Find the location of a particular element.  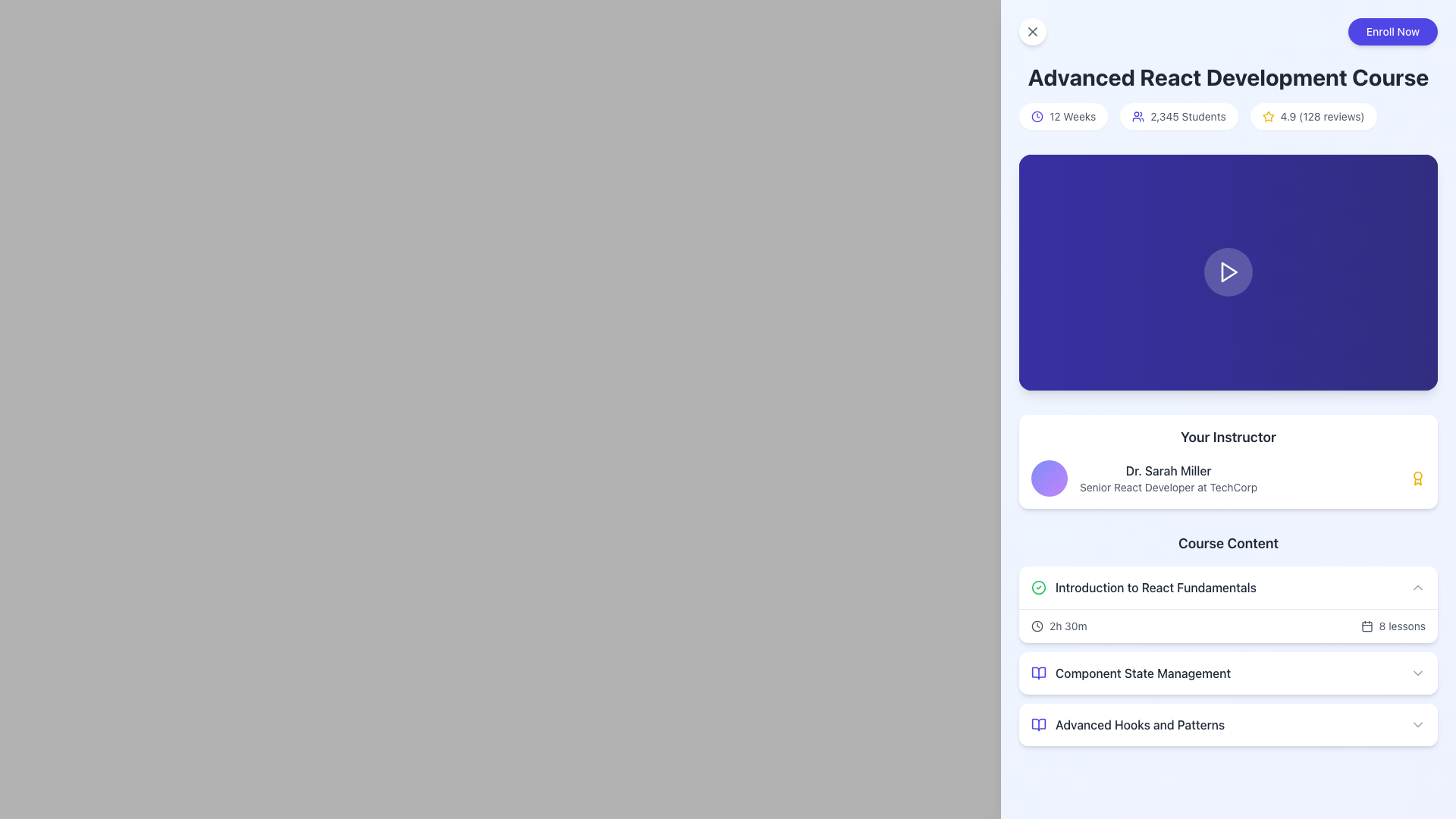

the enroll button located in the top-right corner of the layout section to initiate its visual hover state is located at coordinates (1392, 32).